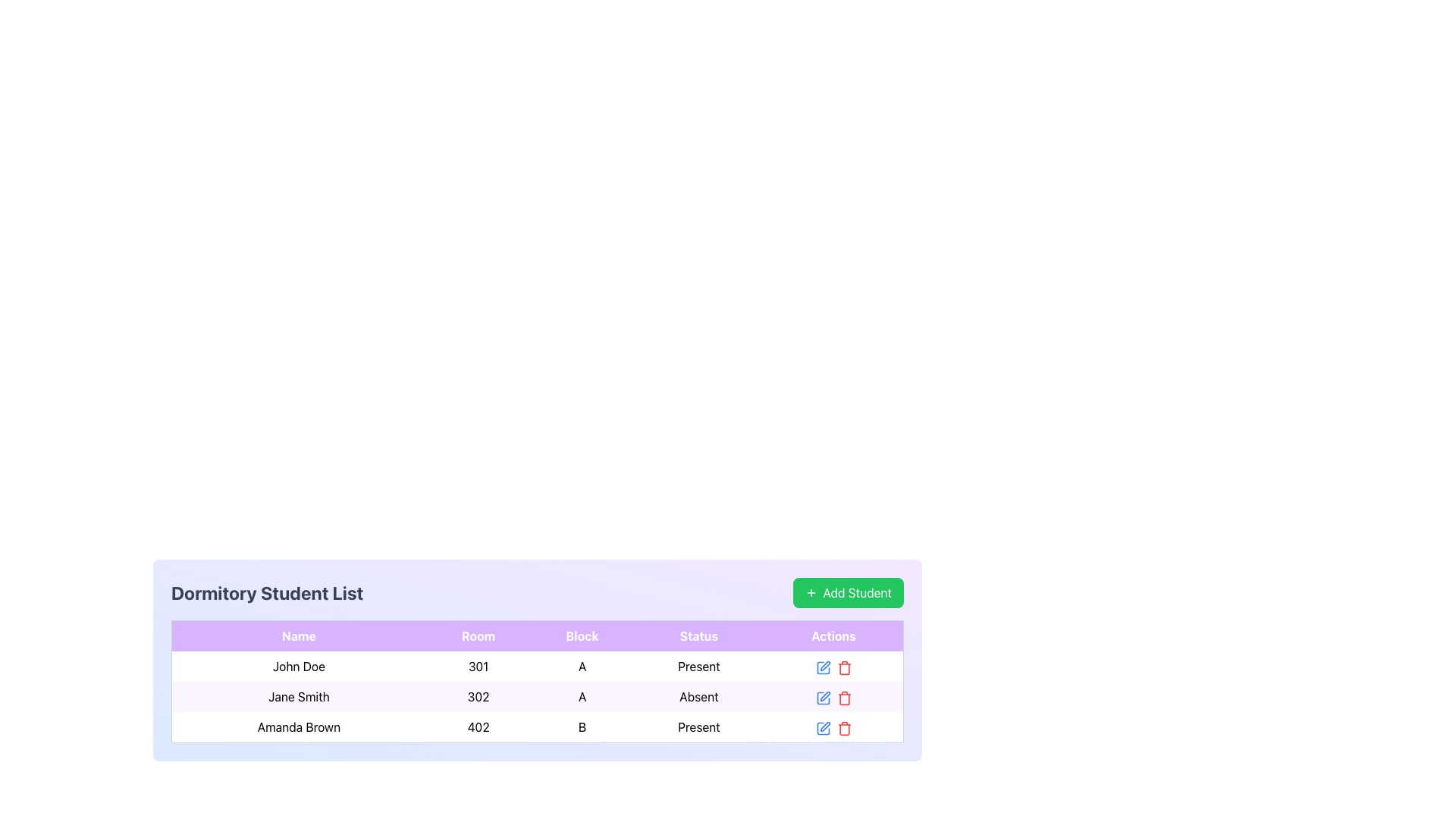 This screenshot has height=819, width=1456. What do you see at coordinates (299, 726) in the screenshot?
I see `the text label displaying 'Amanda Brown' in the 'Dormitory Student List' section, which is located in the third row of the table` at bounding box center [299, 726].